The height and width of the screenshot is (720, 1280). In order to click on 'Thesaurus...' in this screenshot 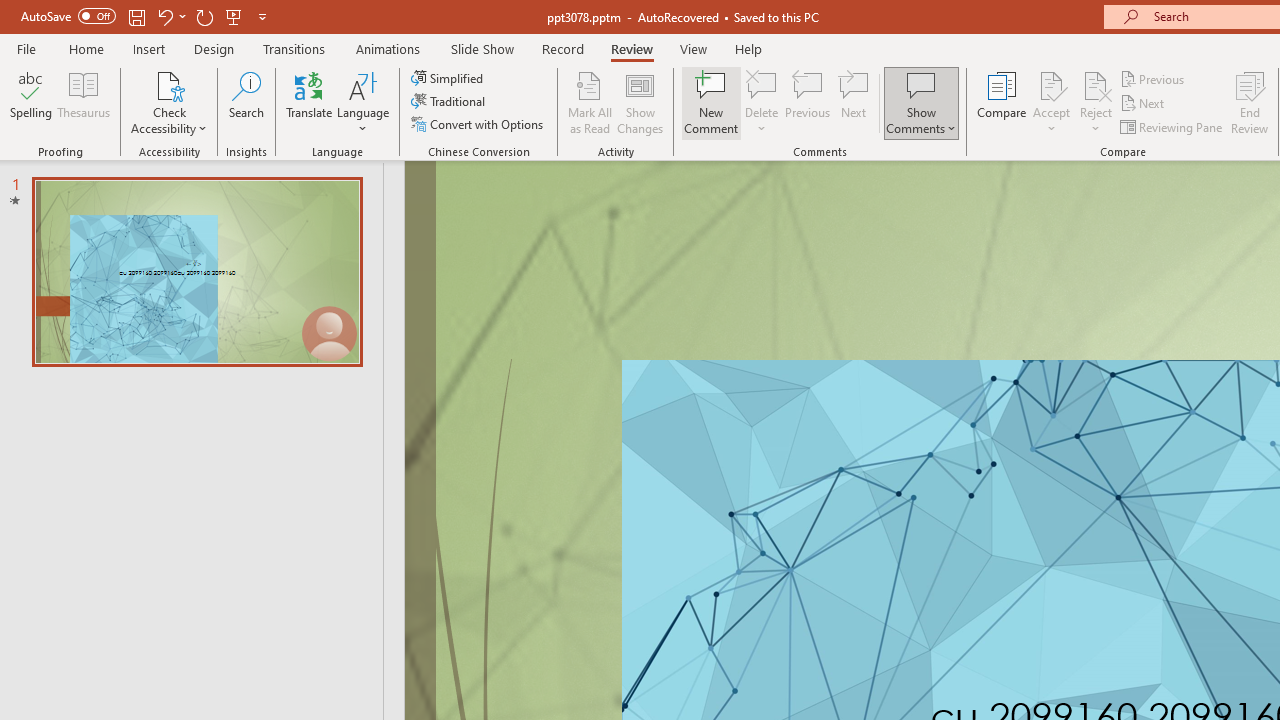, I will do `click(82, 103)`.